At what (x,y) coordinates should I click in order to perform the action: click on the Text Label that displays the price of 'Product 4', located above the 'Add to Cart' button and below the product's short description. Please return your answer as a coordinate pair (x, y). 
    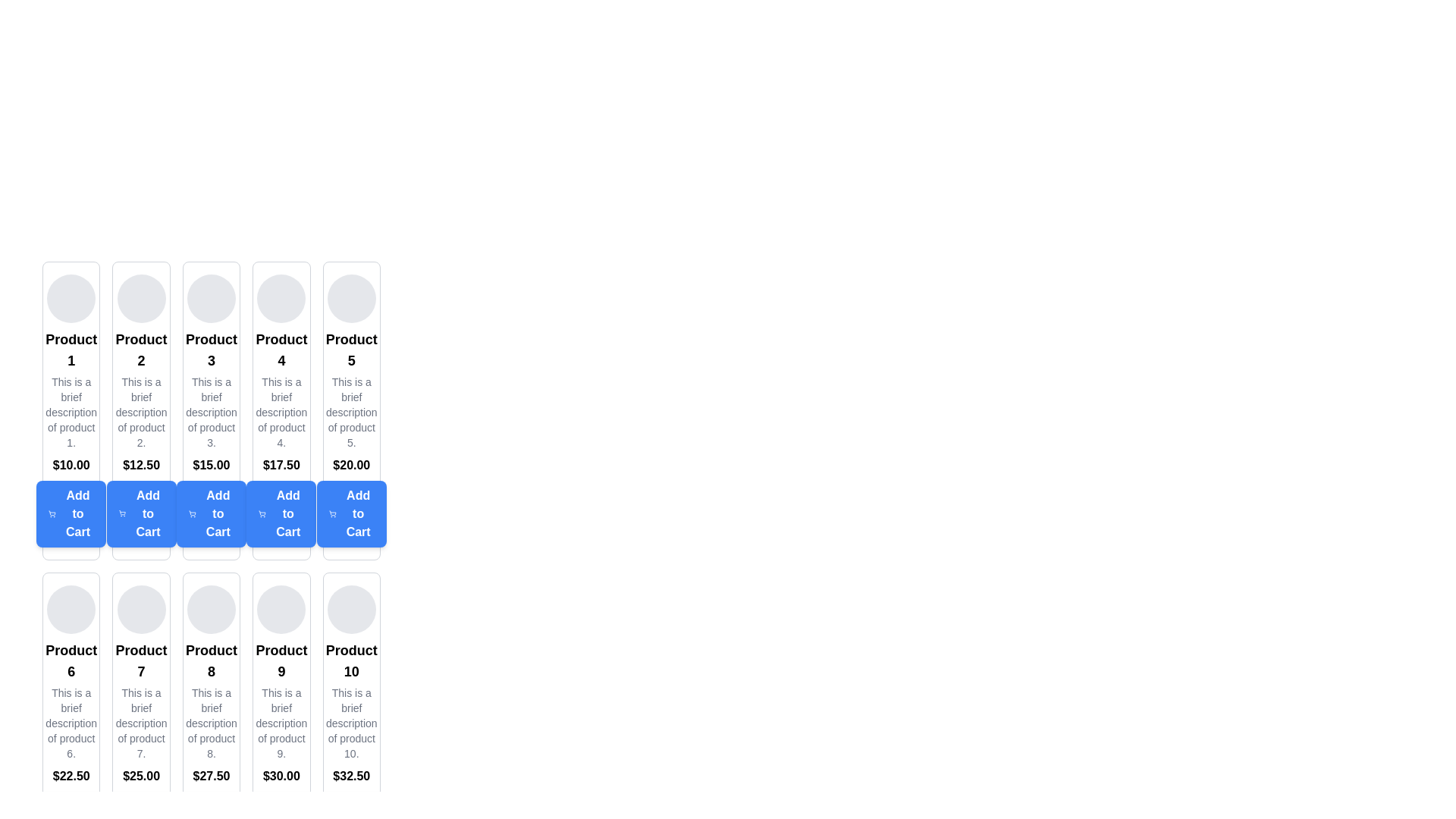
    Looking at the image, I should click on (281, 464).